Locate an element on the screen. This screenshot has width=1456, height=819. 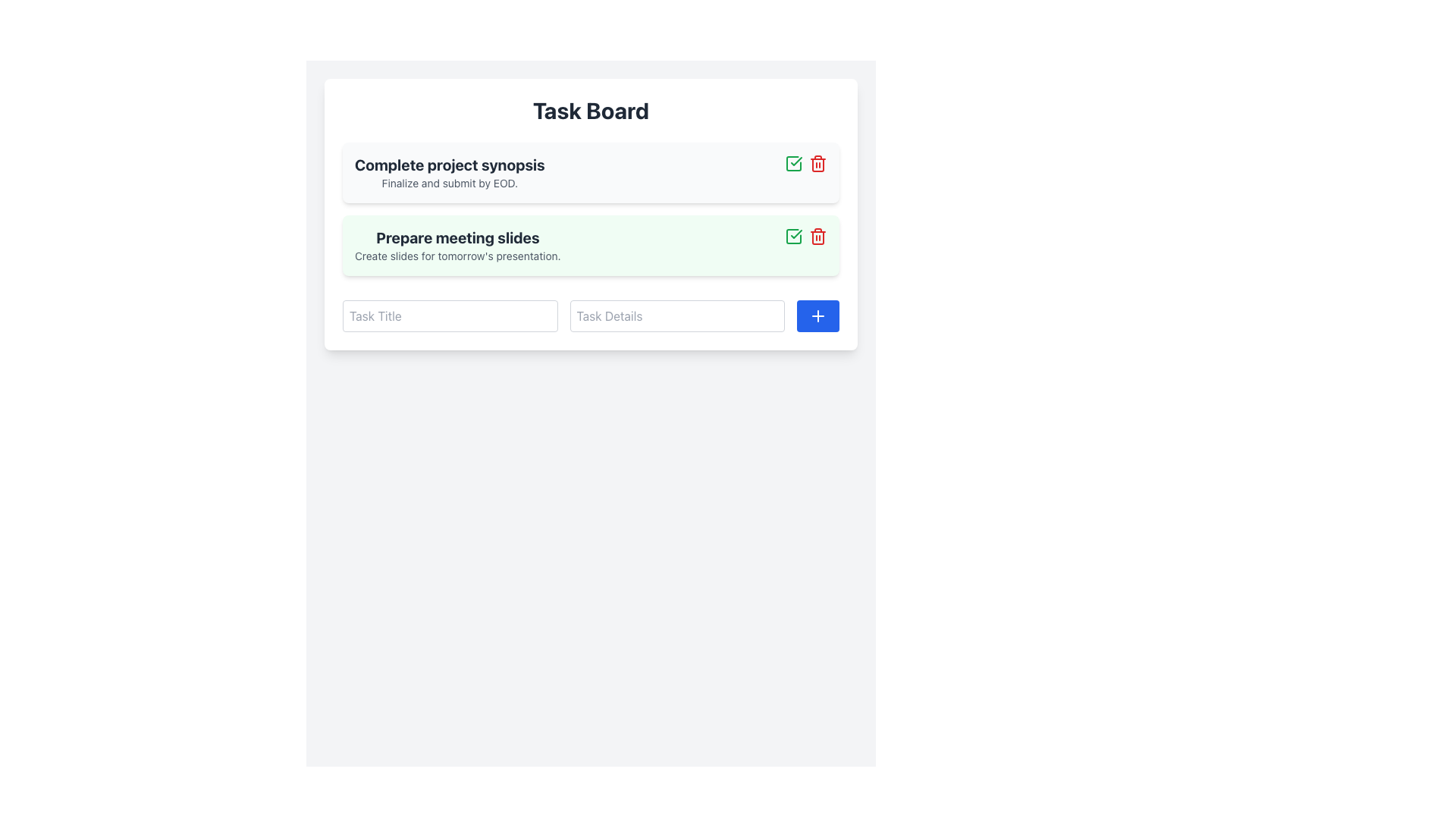
the blue rectangular button with a white plus symbol centered within it, located at the far right of the row of task entry fields is located at coordinates (817, 315).